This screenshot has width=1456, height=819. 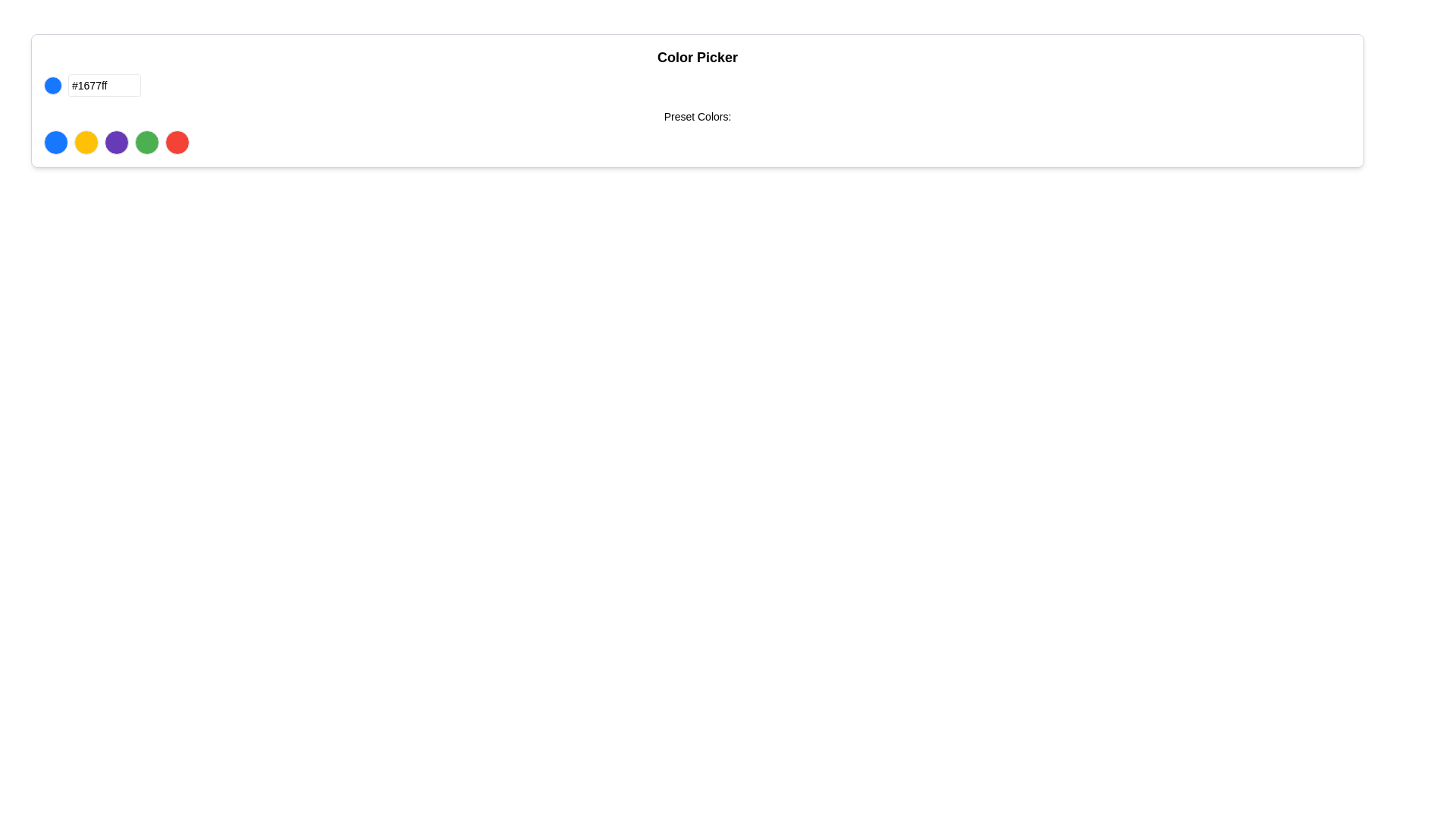 I want to click on the fourth circular green button in the top-center layout to observe its styling changes, so click(x=146, y=143).